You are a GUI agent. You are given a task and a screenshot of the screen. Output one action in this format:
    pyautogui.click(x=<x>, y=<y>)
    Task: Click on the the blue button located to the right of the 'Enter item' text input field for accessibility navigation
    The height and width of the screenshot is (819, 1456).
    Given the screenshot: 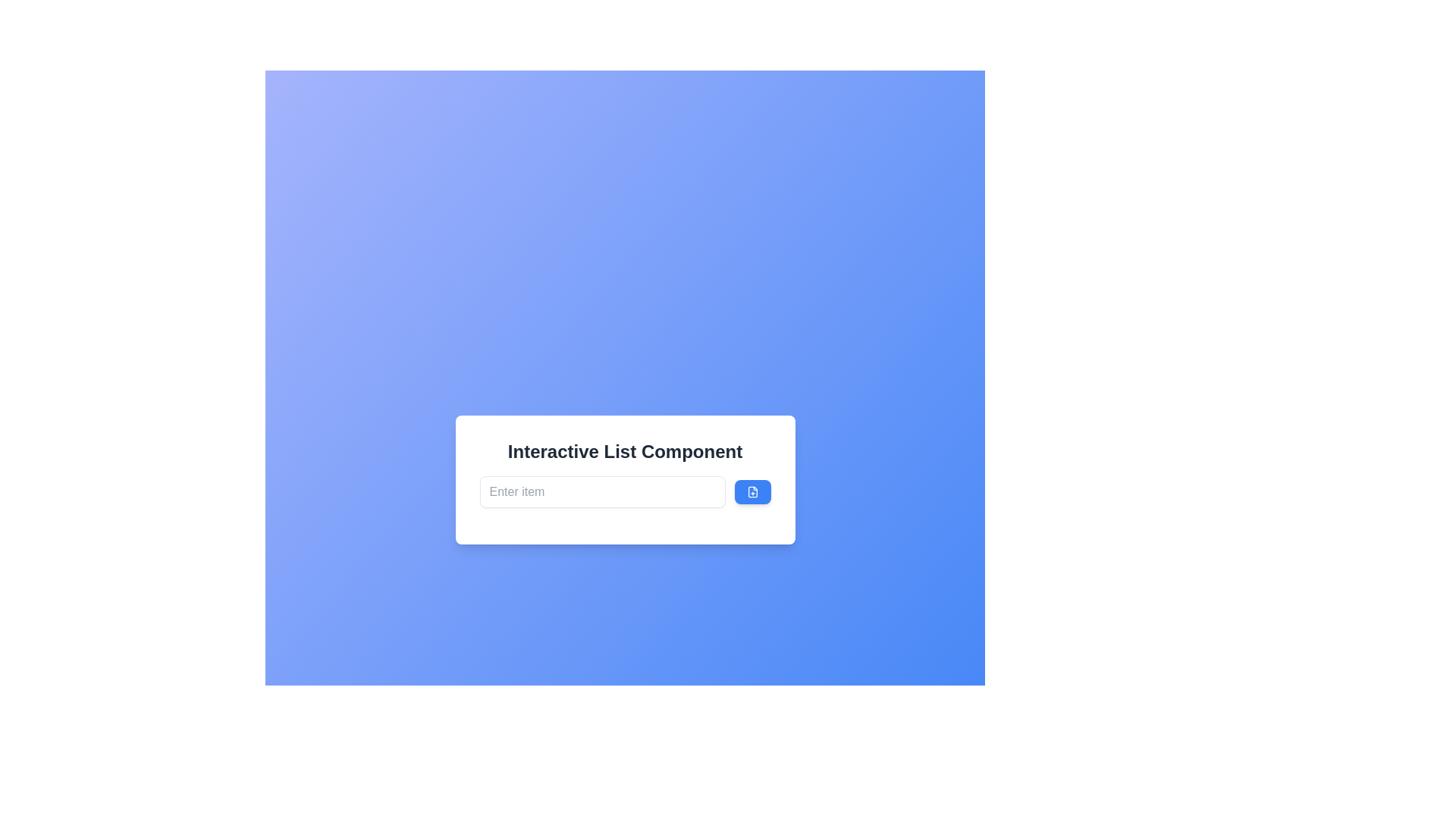 What is the action you would take?
    pyautogui.click(x=752, y=491)
    